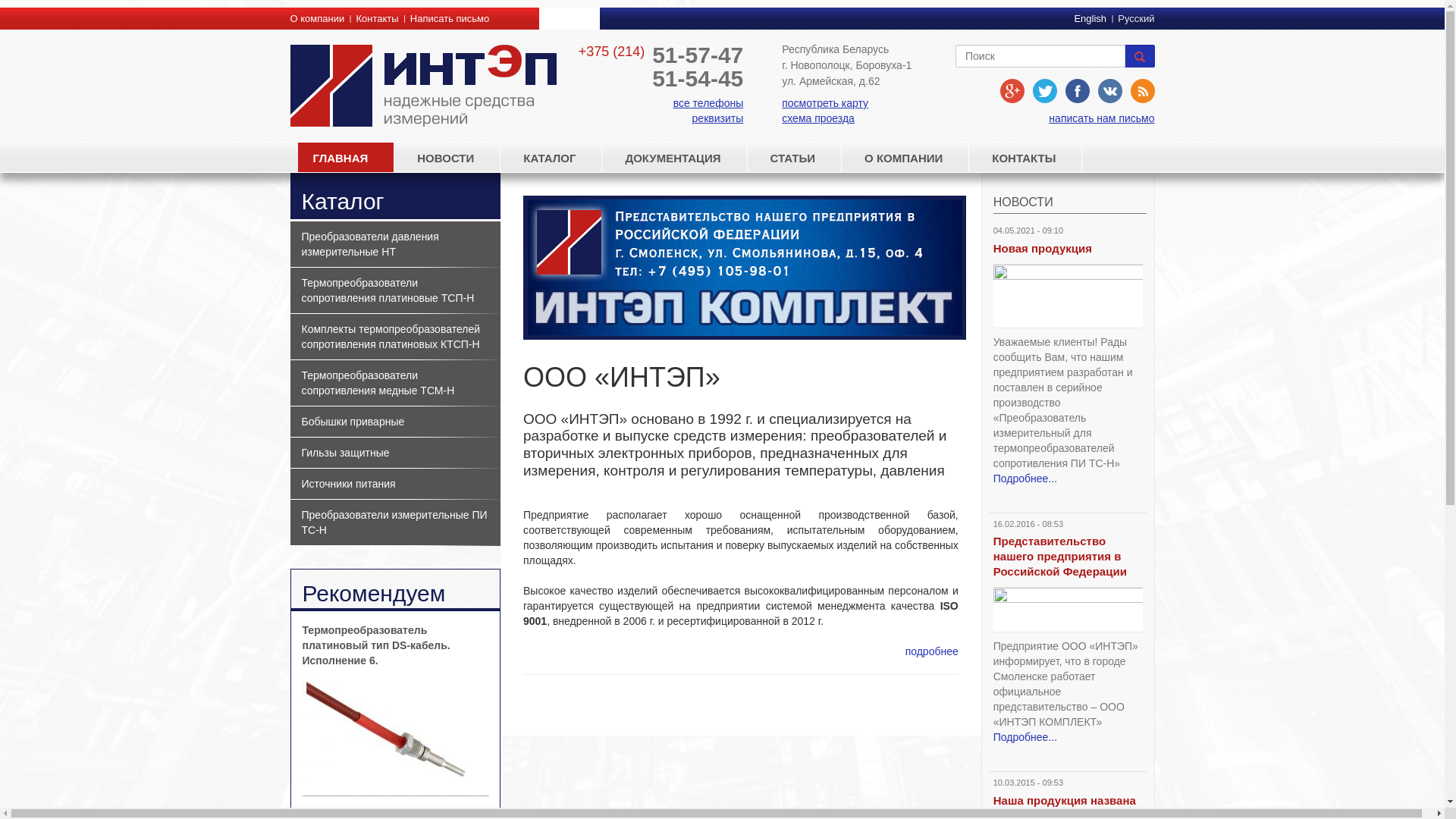 This screenshot has height=819, width=1456. Describe the element at coordinates (1073, 18) in the screenshot. I see `'English'` at that location.